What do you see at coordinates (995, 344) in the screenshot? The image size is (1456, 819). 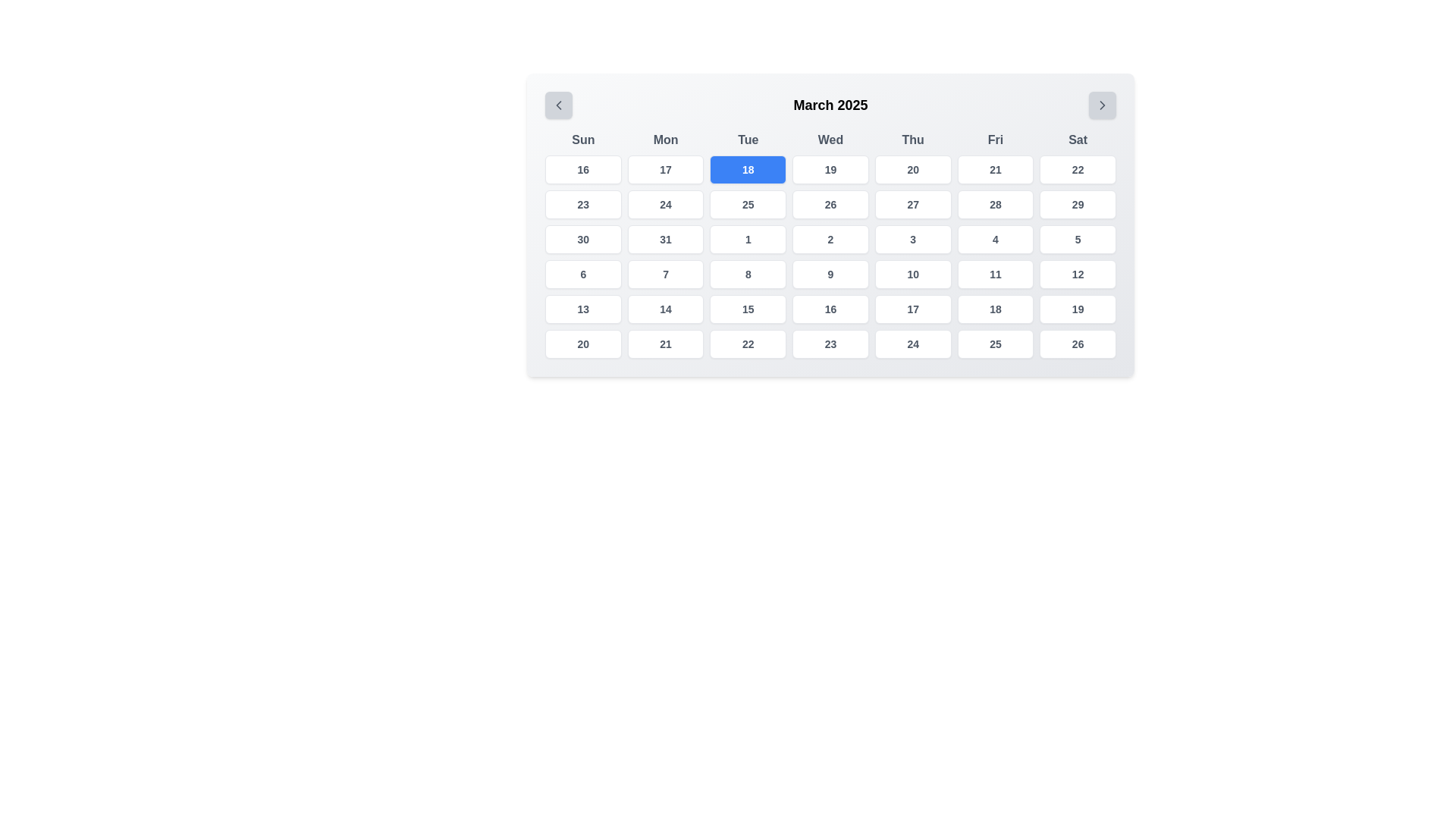 I see `the calendar date cell representing the 25th day of the month, located in the last row and fifth column of the calendar grid` at bounding box center [995, 344].